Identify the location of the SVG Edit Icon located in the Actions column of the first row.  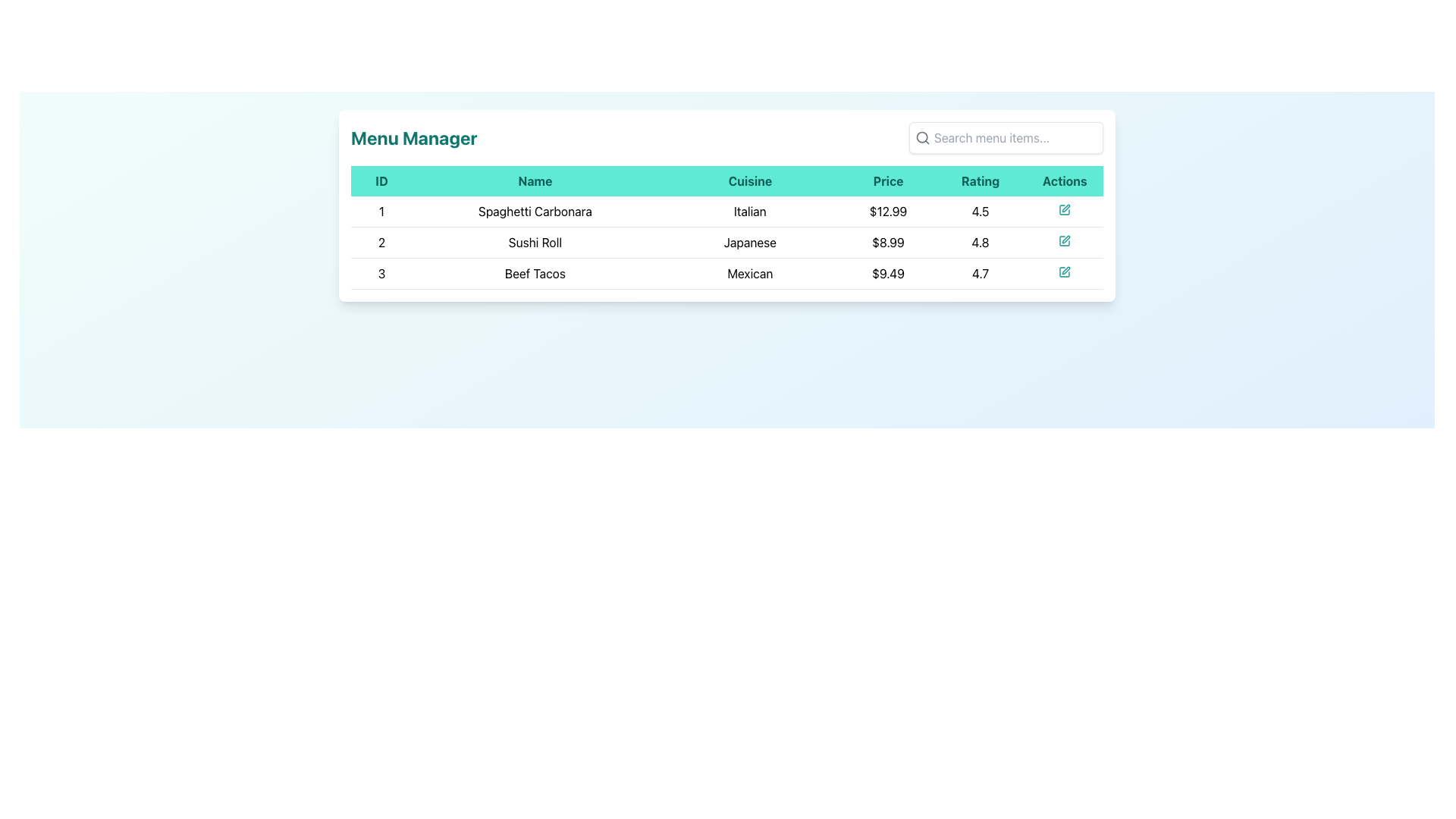
(1065, 208).